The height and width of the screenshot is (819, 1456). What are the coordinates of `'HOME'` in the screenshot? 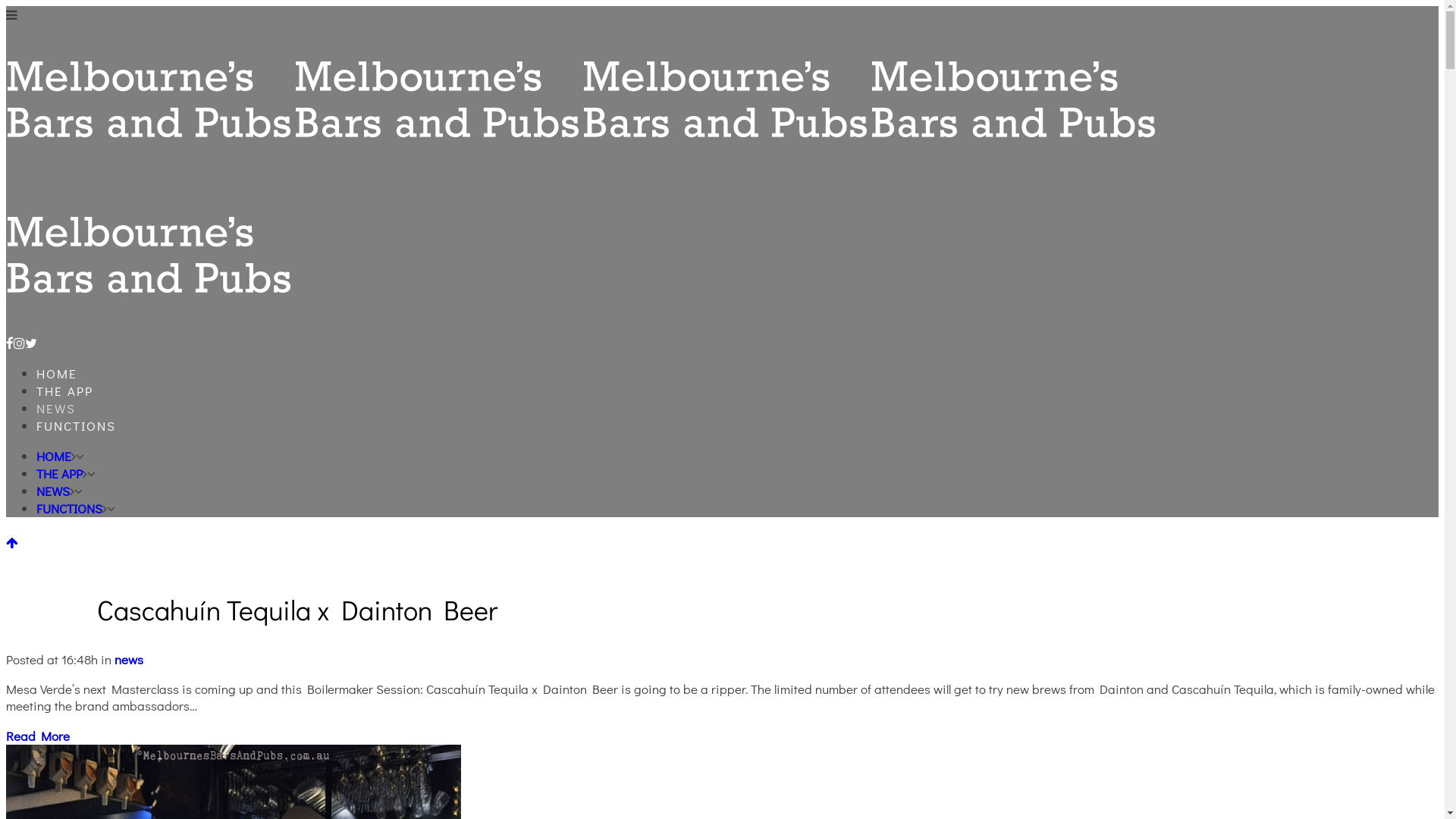 It's located at (57, 373).